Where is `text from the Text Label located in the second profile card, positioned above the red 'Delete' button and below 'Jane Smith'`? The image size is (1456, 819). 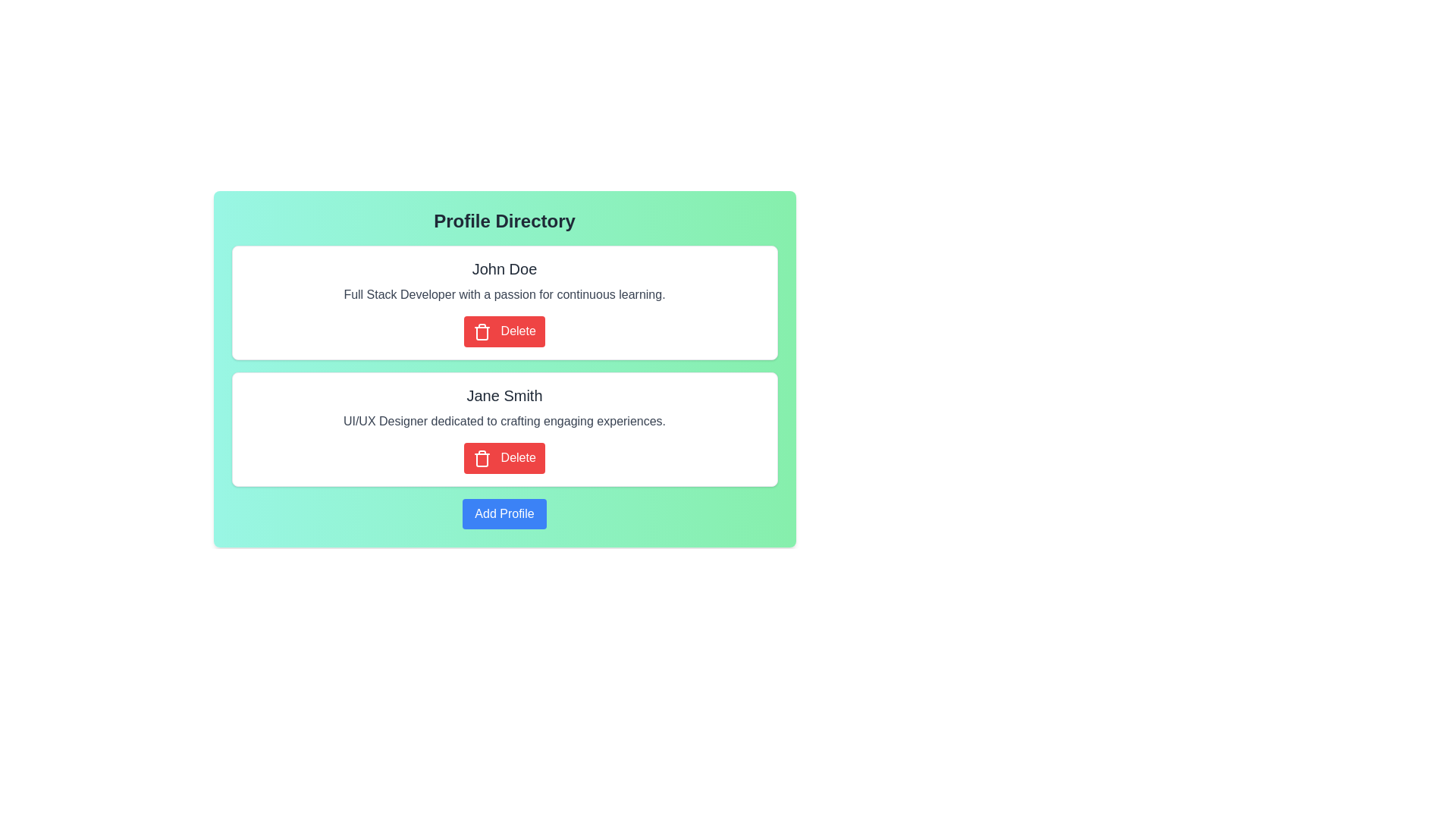 text from the Text Label located in the second profile card, positioned above the red 'Delete' button and below 'Jane Smith' is located at coordinates (504, 421).